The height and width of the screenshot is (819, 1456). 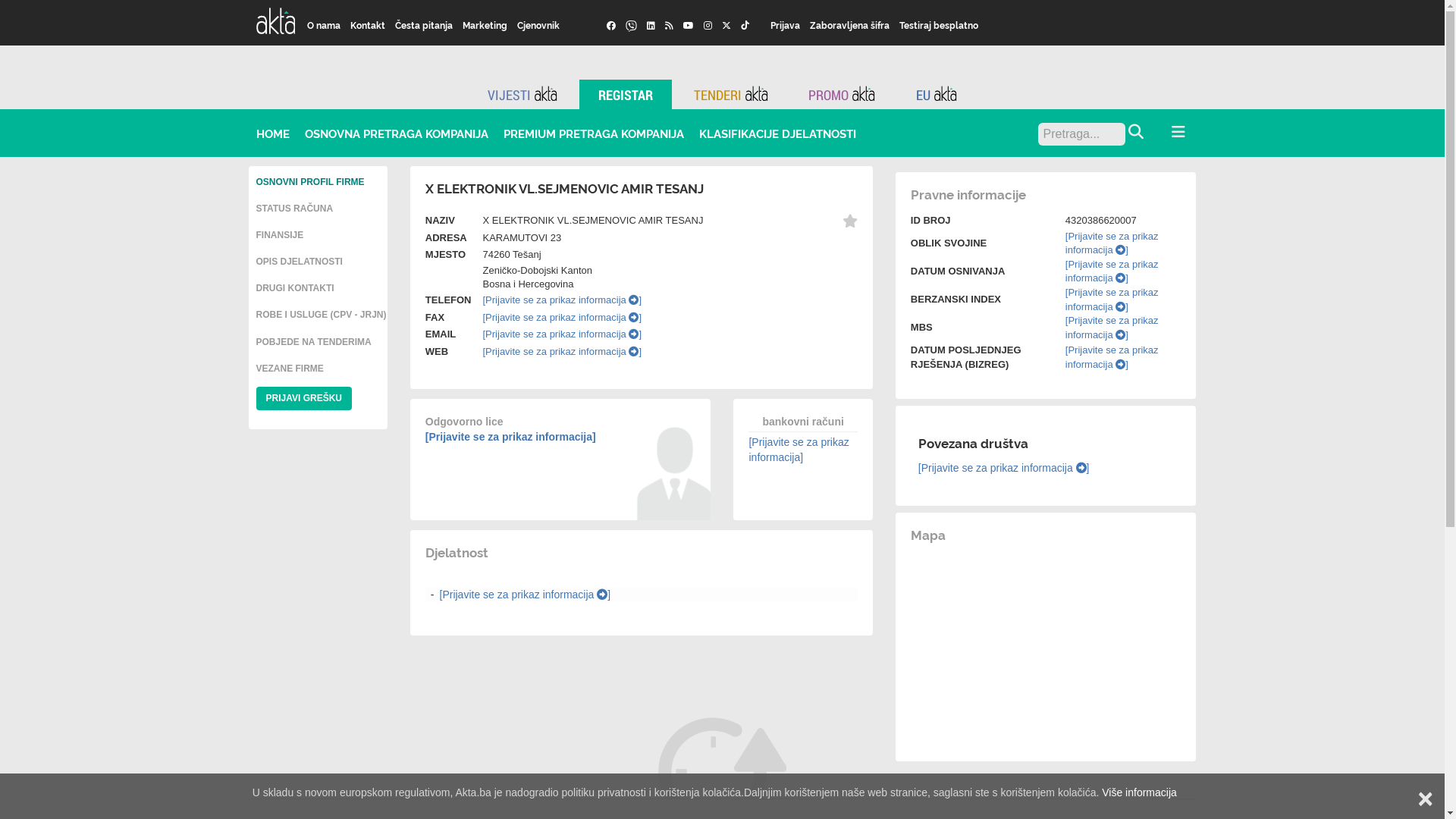 What do you see at coordinates (295, 288) in the screenshot?
I see `'DRUGI KONTAKTI'` at bounding box center [295, 288].